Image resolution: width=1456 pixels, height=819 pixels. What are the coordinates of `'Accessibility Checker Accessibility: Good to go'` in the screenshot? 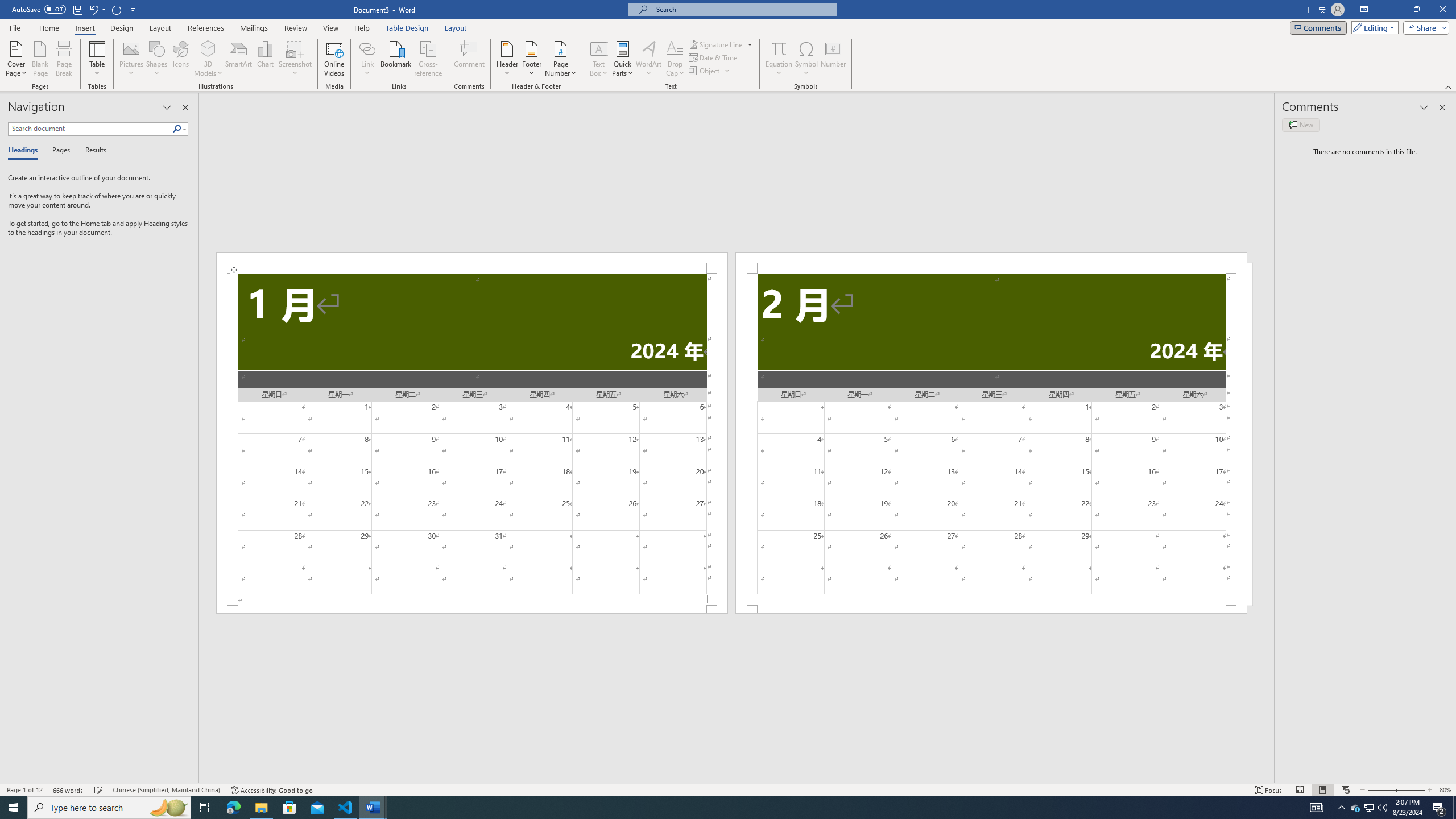 It's located at (271, 790).